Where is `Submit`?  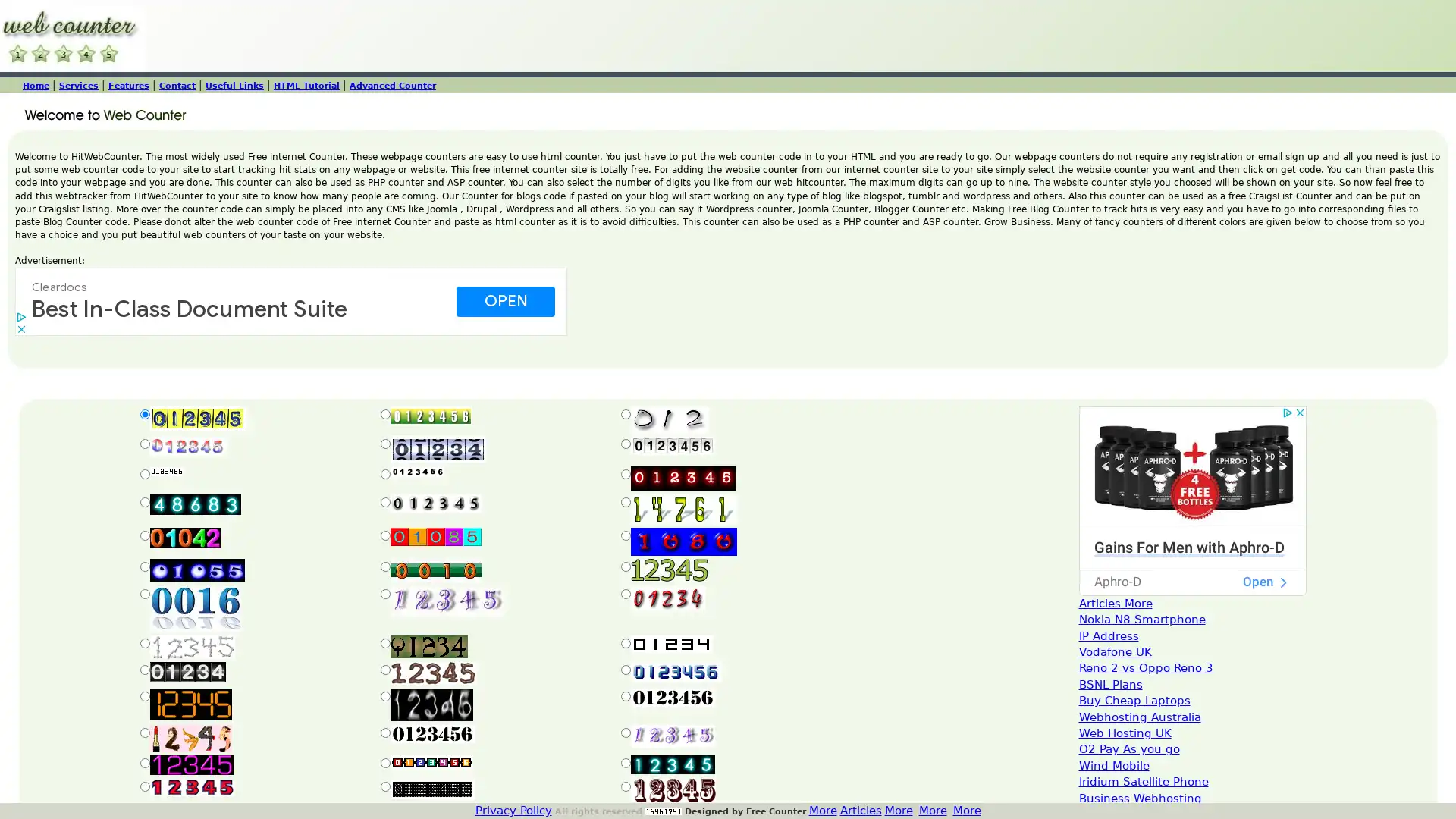
Submit is located at coordinates (429, 415).